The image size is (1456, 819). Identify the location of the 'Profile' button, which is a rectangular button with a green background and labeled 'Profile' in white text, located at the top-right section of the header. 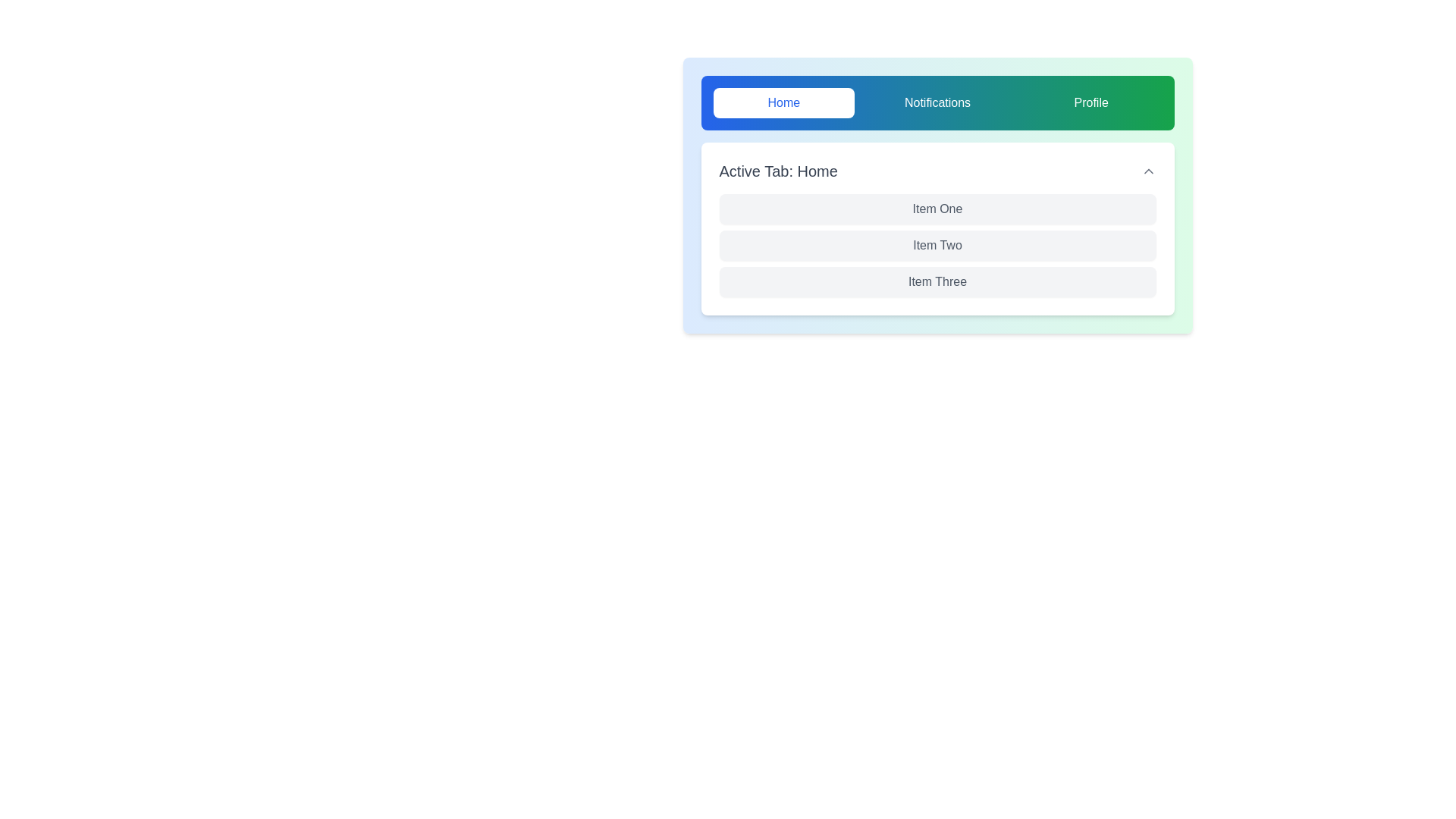
(1090, 102).